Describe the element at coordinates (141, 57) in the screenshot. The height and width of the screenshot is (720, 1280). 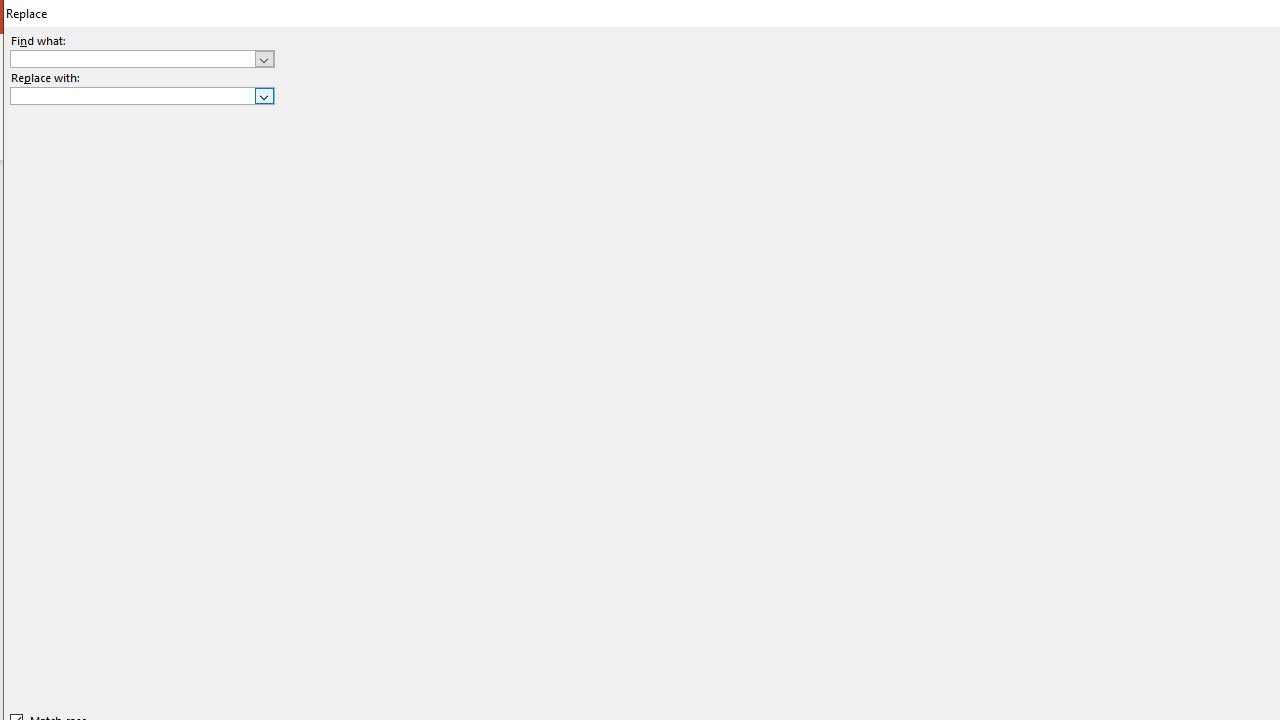
I see `'Find what'` at that location.